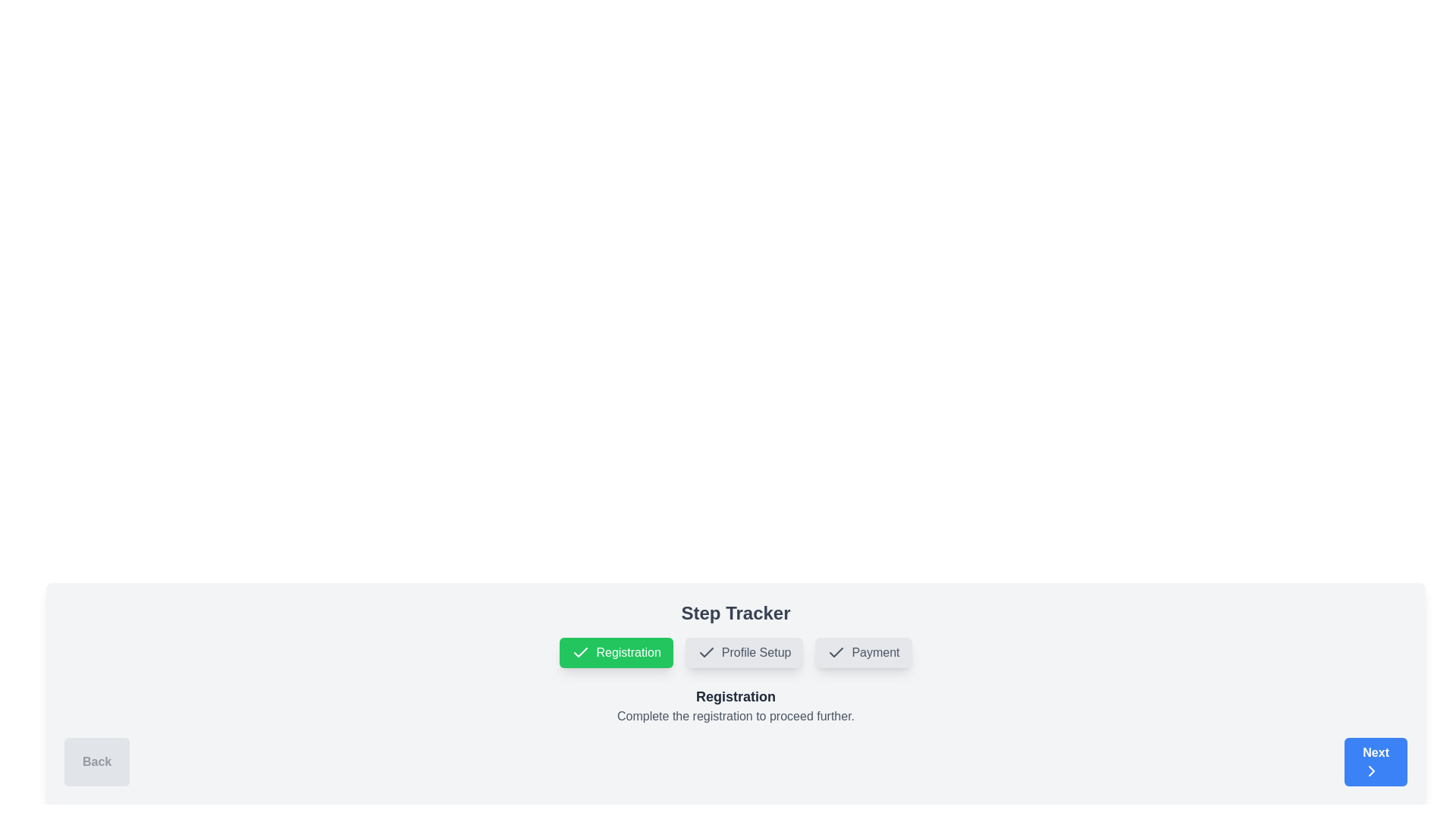 The height and width of the screenshot is (819, 1456). I want to click on the rectangular 'Back' button with rounded corners, styled in light grey, containing the text 'Back' centered in grey bold font, so click(96, 762).